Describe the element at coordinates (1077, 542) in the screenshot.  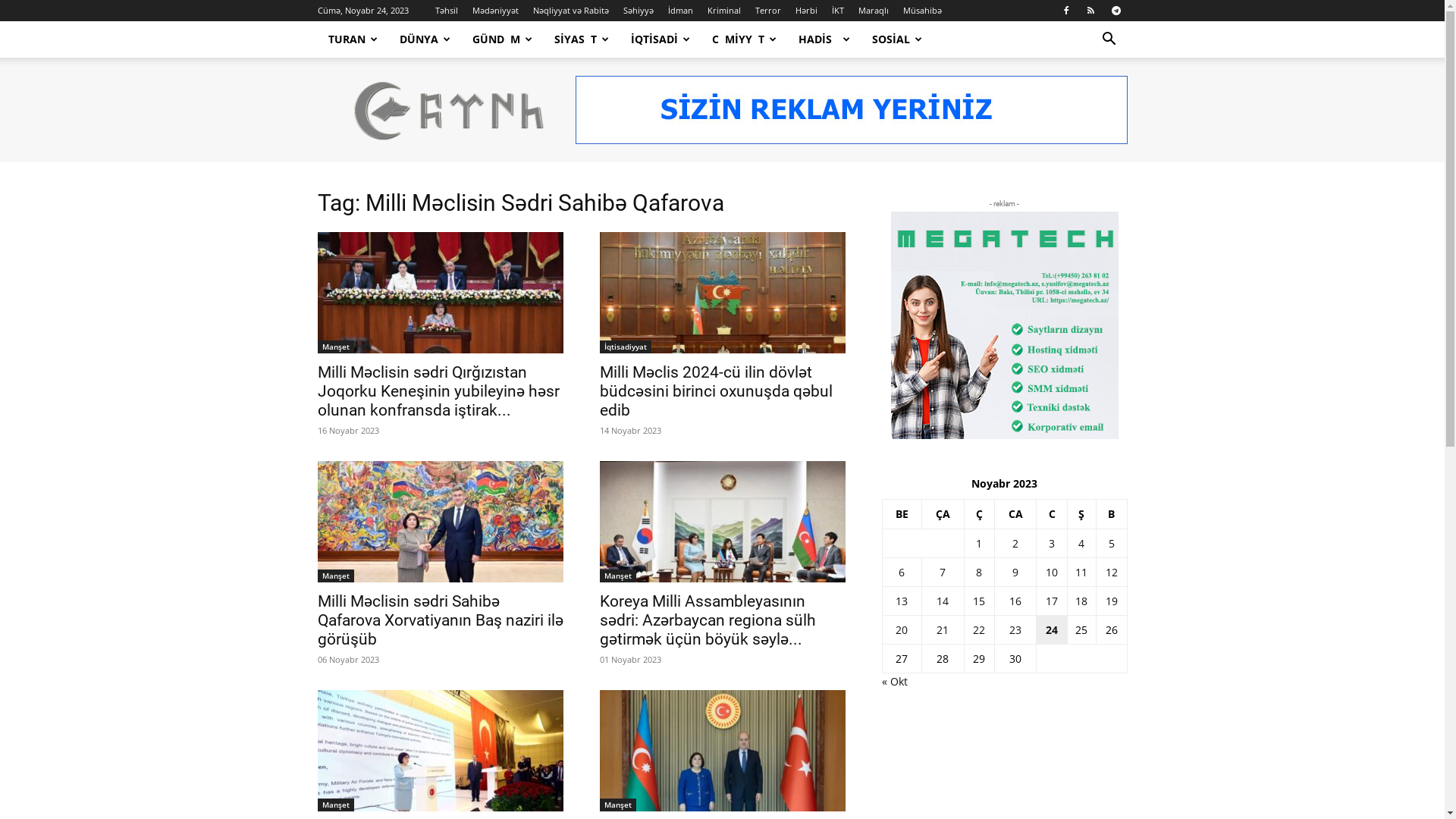
I see `'4'` at that location.